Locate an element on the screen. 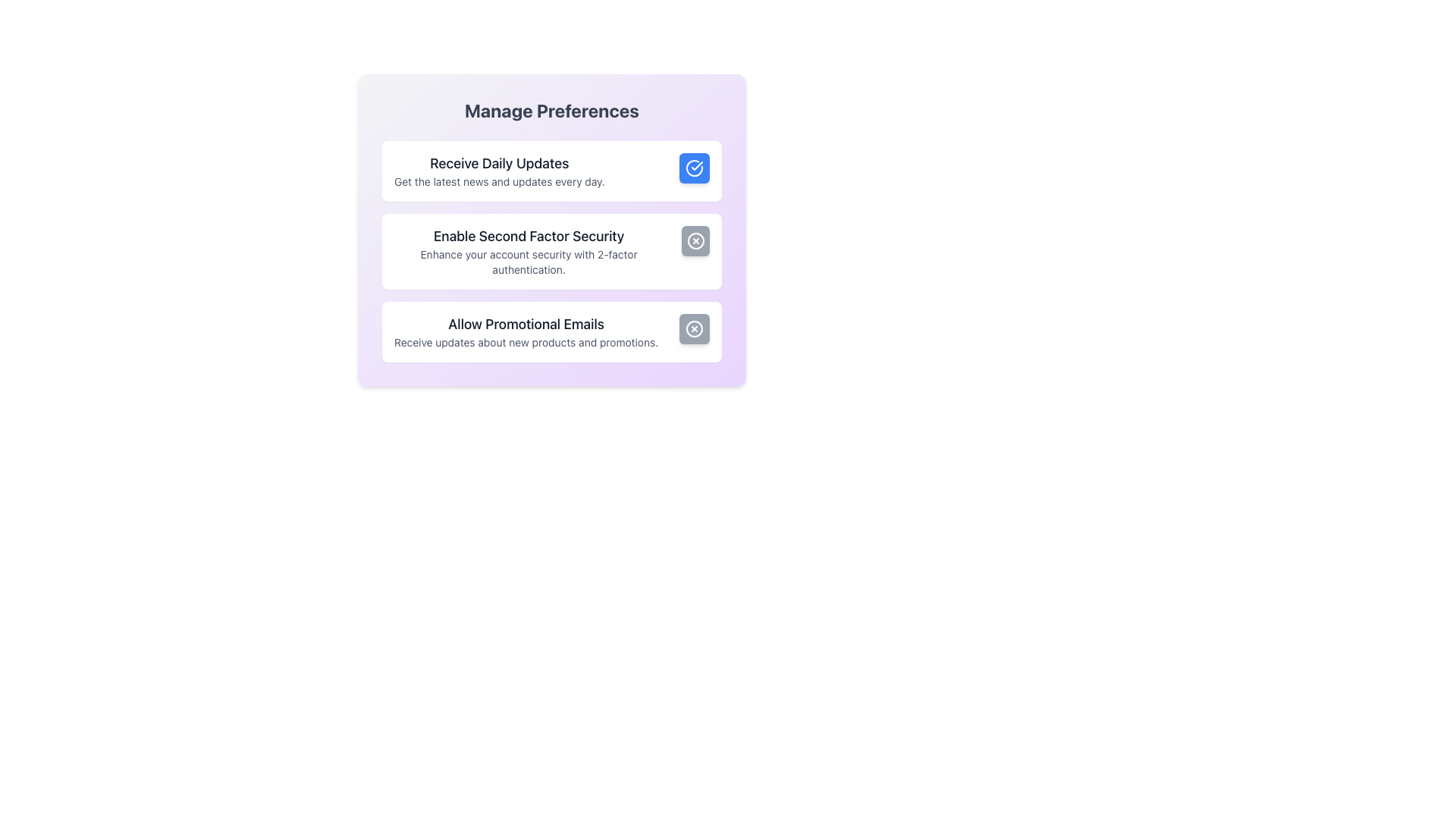 Image resolution: width=1456 pixels, height=819 pixels. the status icon representing the 'Allow Promotional Emails' toggle located on the right side of the preference item in the settings panel to update the setting is located at coordinates (694, 328).